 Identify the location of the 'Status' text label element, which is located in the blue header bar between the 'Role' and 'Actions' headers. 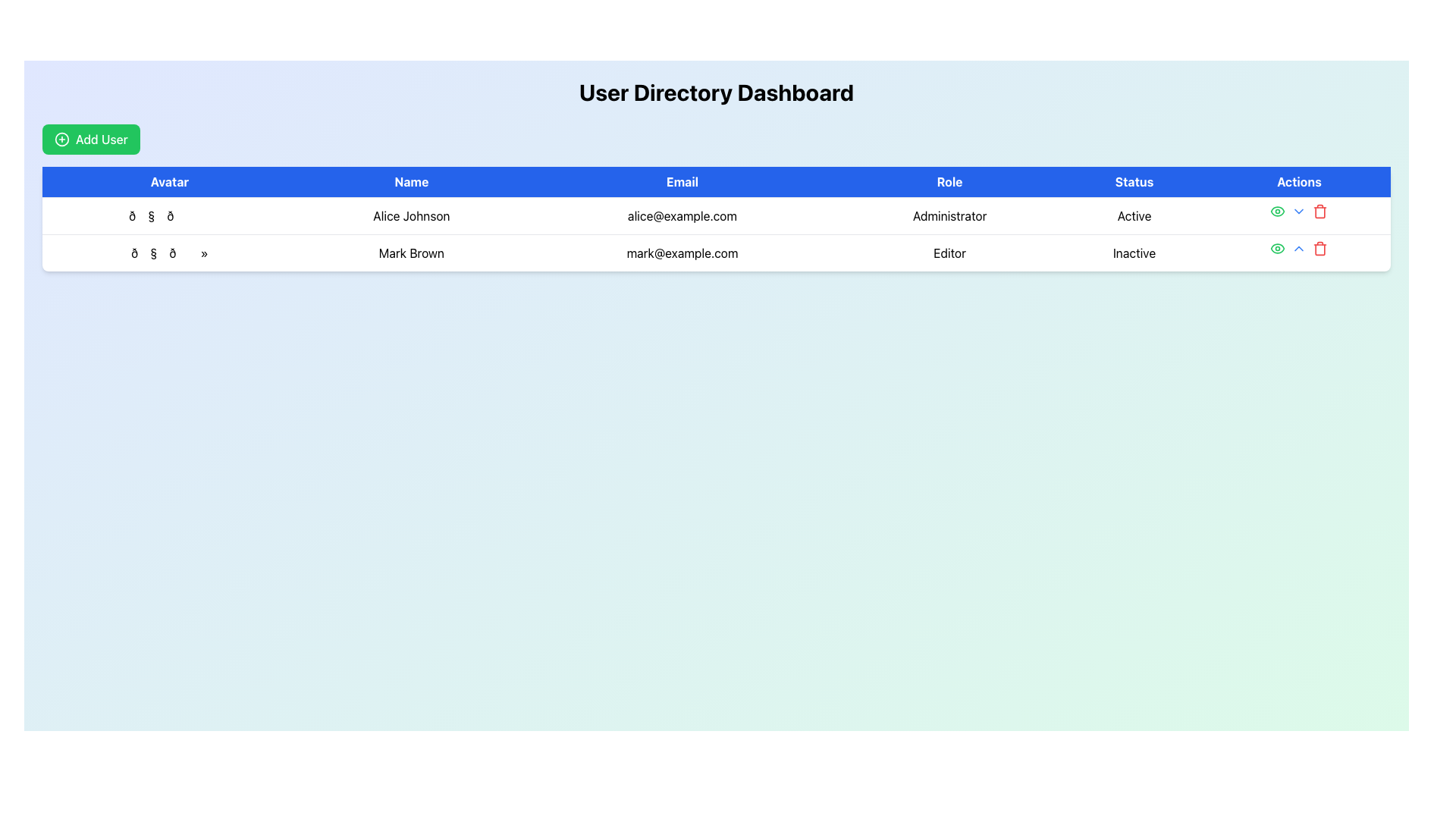
(1134, 181).